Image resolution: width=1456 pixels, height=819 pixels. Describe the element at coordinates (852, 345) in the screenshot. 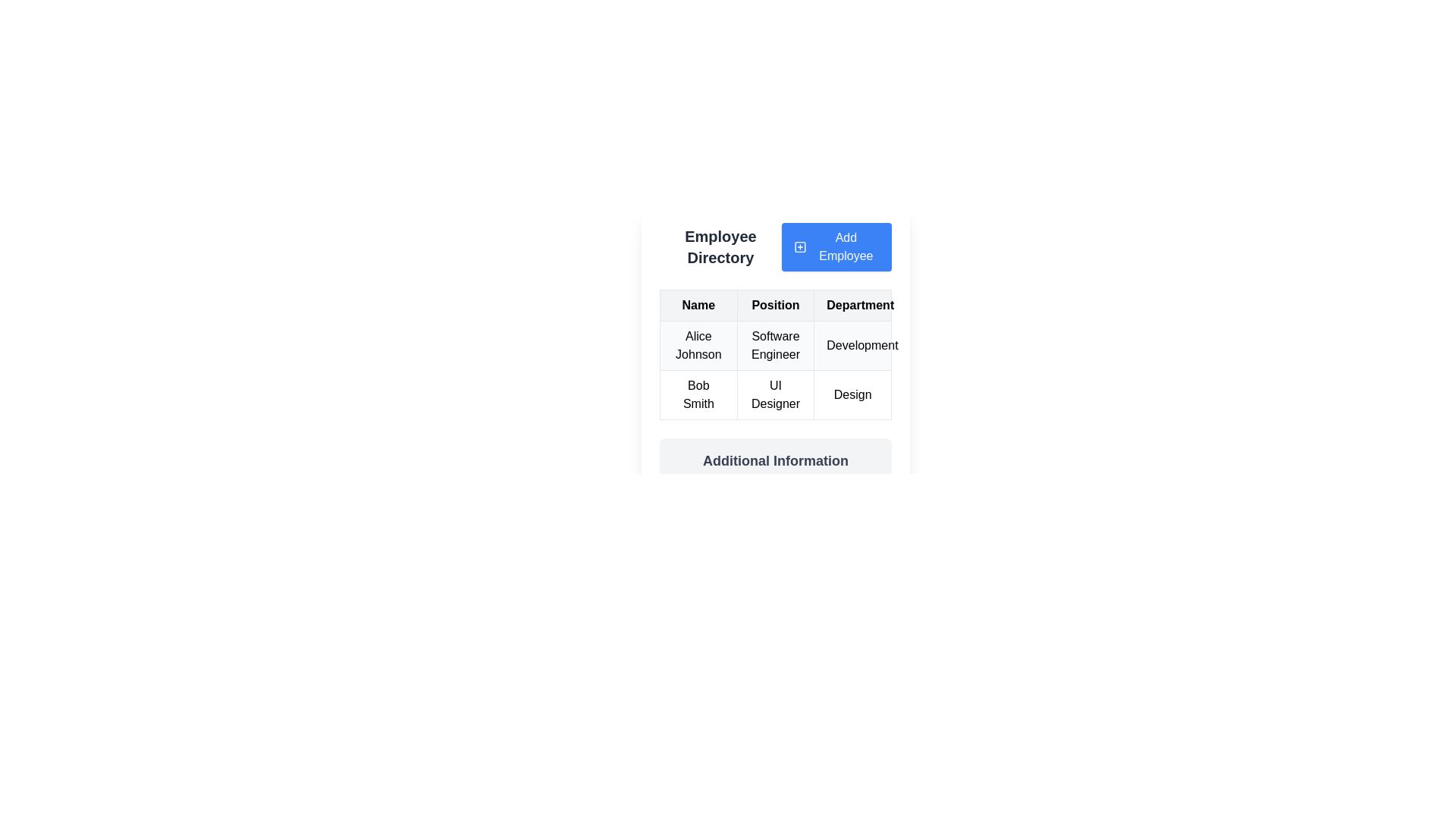

I see `static text 'Development' located in the third cell of the first row under the 'Department' column of the table` at that location.